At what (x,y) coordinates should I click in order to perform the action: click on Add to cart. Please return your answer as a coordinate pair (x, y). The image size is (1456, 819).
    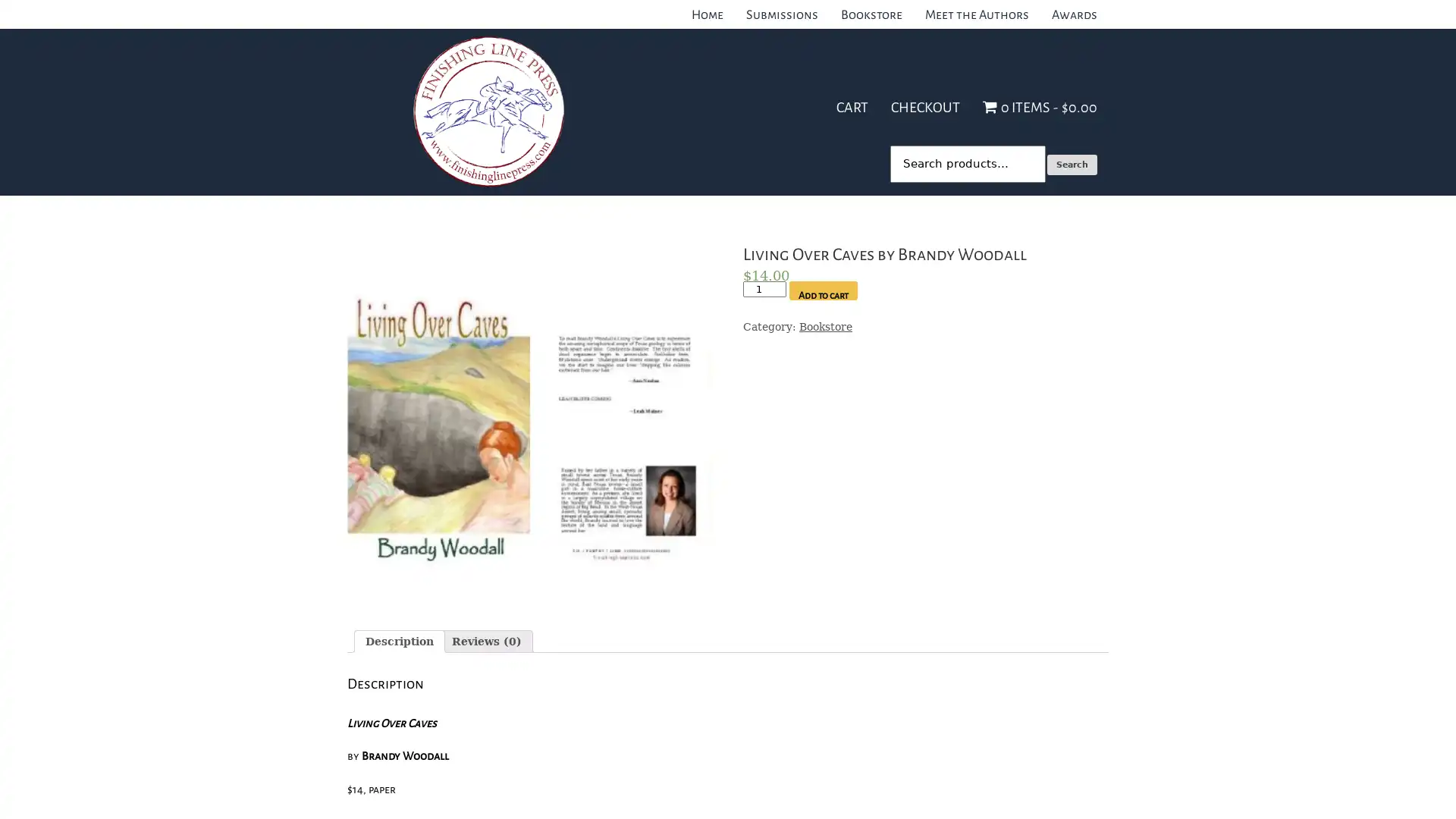
    Looking at the image, I should click on (821, 290).